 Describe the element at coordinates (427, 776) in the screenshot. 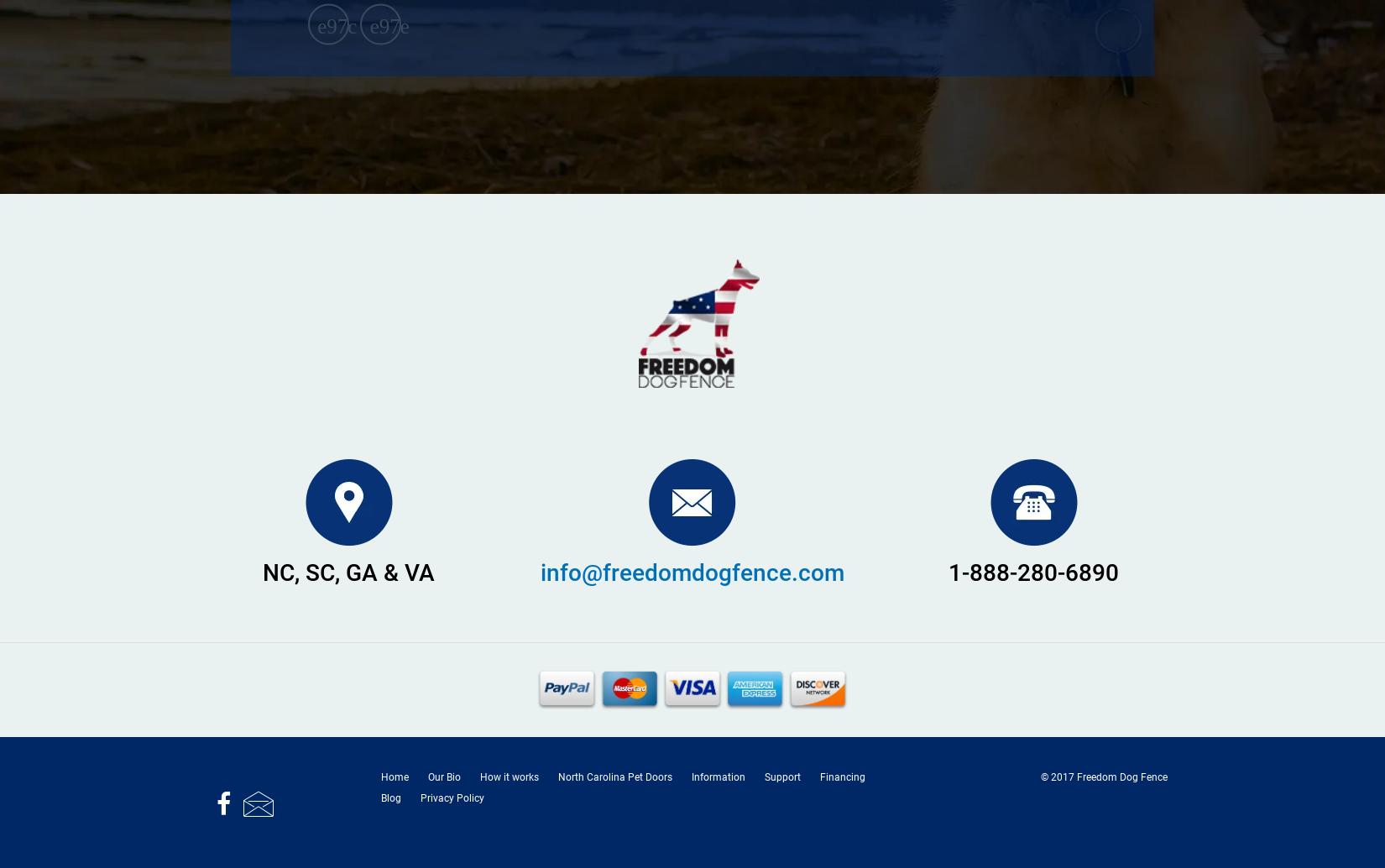

I see `'Our Bio'` at that location.